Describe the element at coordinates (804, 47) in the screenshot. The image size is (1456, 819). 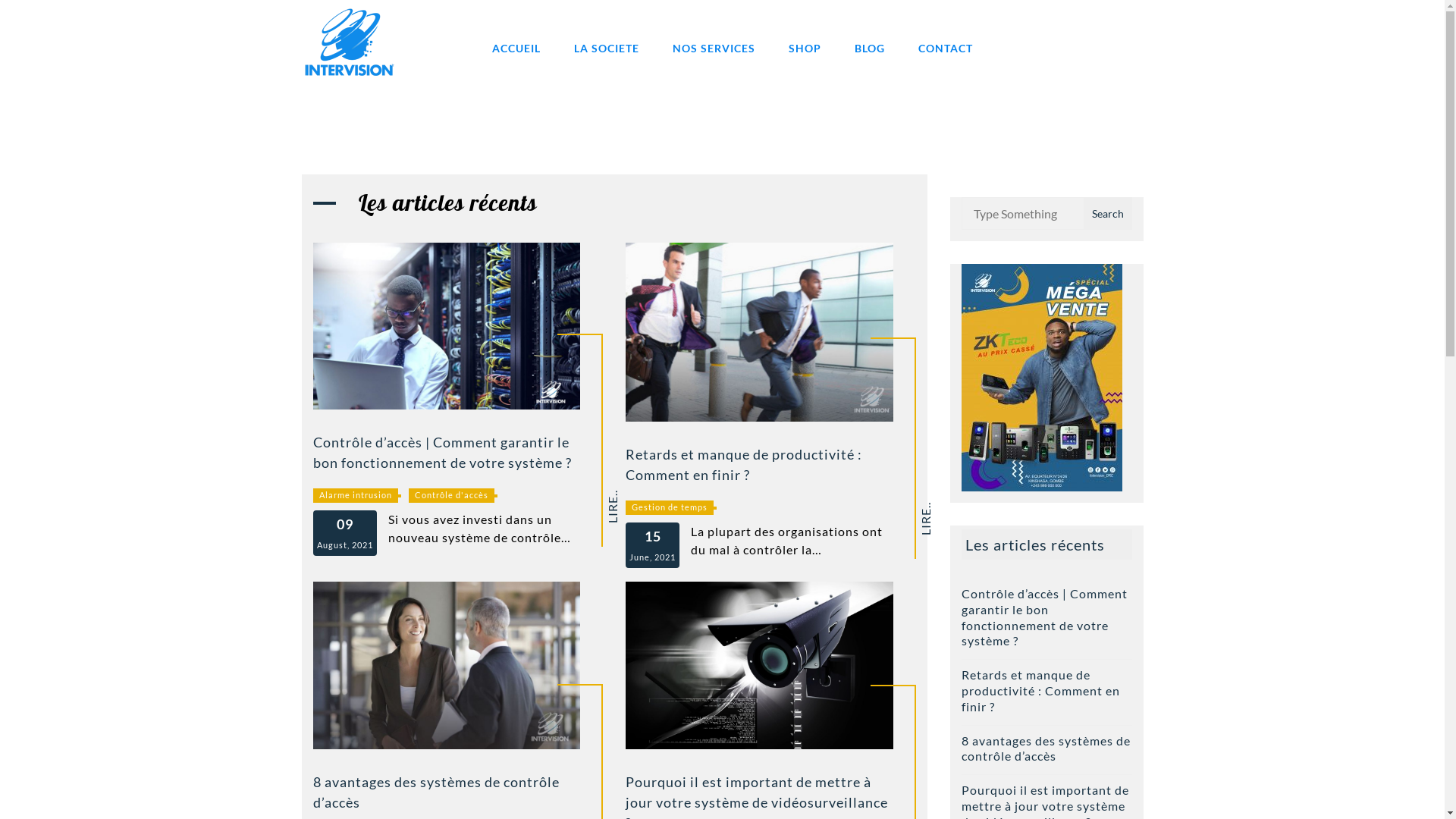
I see `'SHOP'` at that location.